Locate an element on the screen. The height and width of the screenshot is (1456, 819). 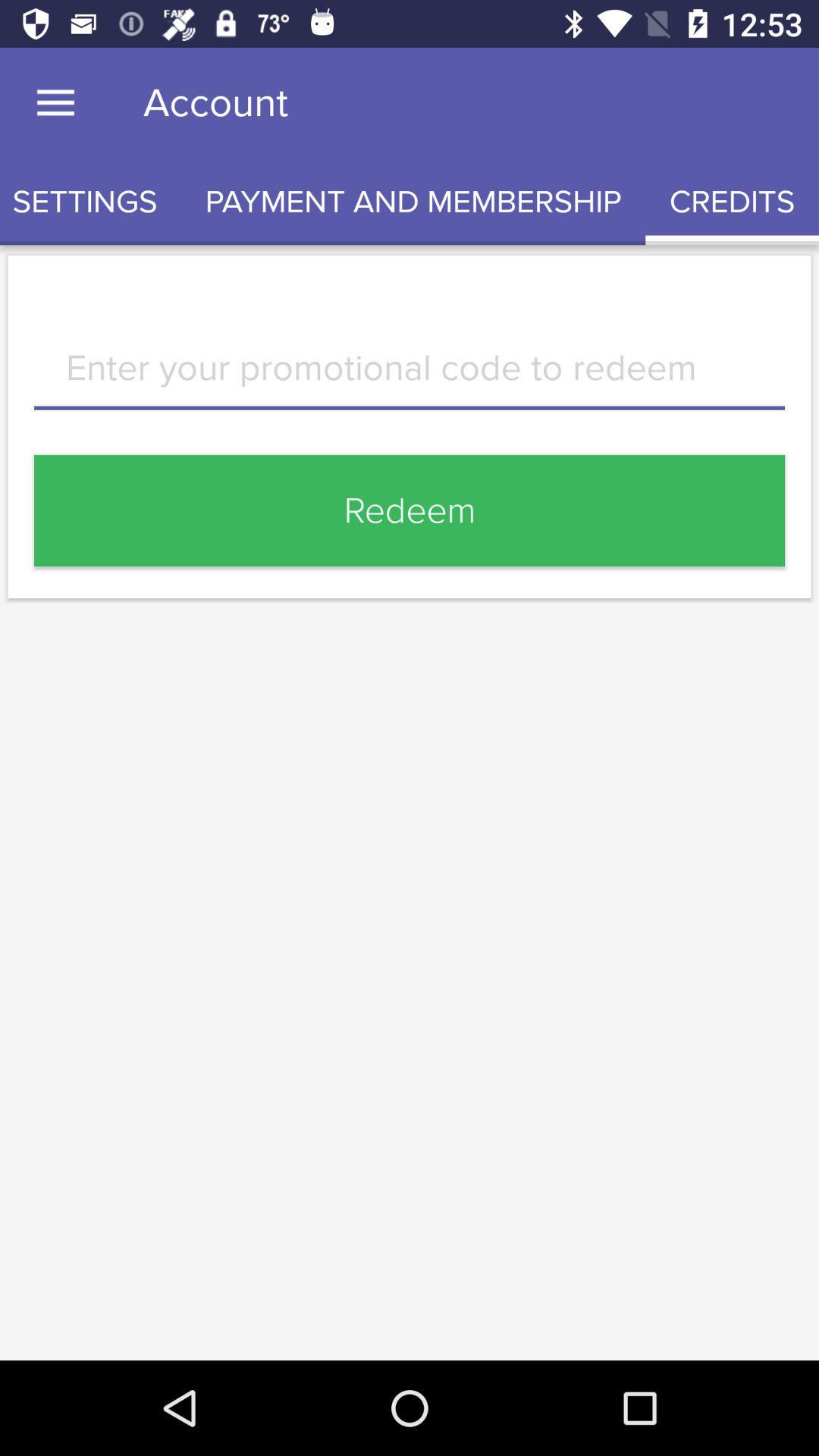
the credits item is located at coordinates (731, 201).